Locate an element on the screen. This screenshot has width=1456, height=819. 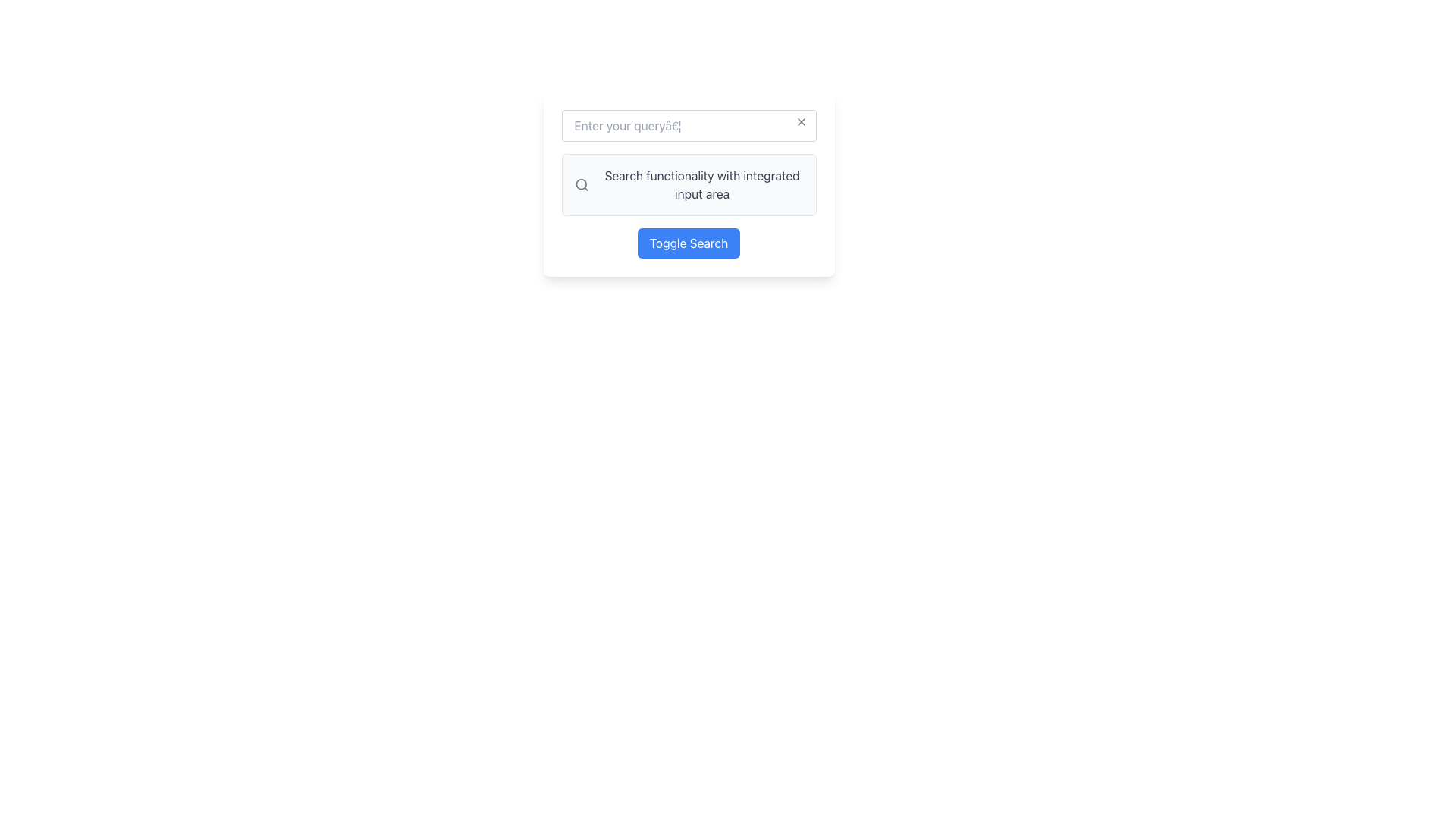
the clear button located at the top-right corner of the text input field to clear the input text is located at coordinates (800, 121).